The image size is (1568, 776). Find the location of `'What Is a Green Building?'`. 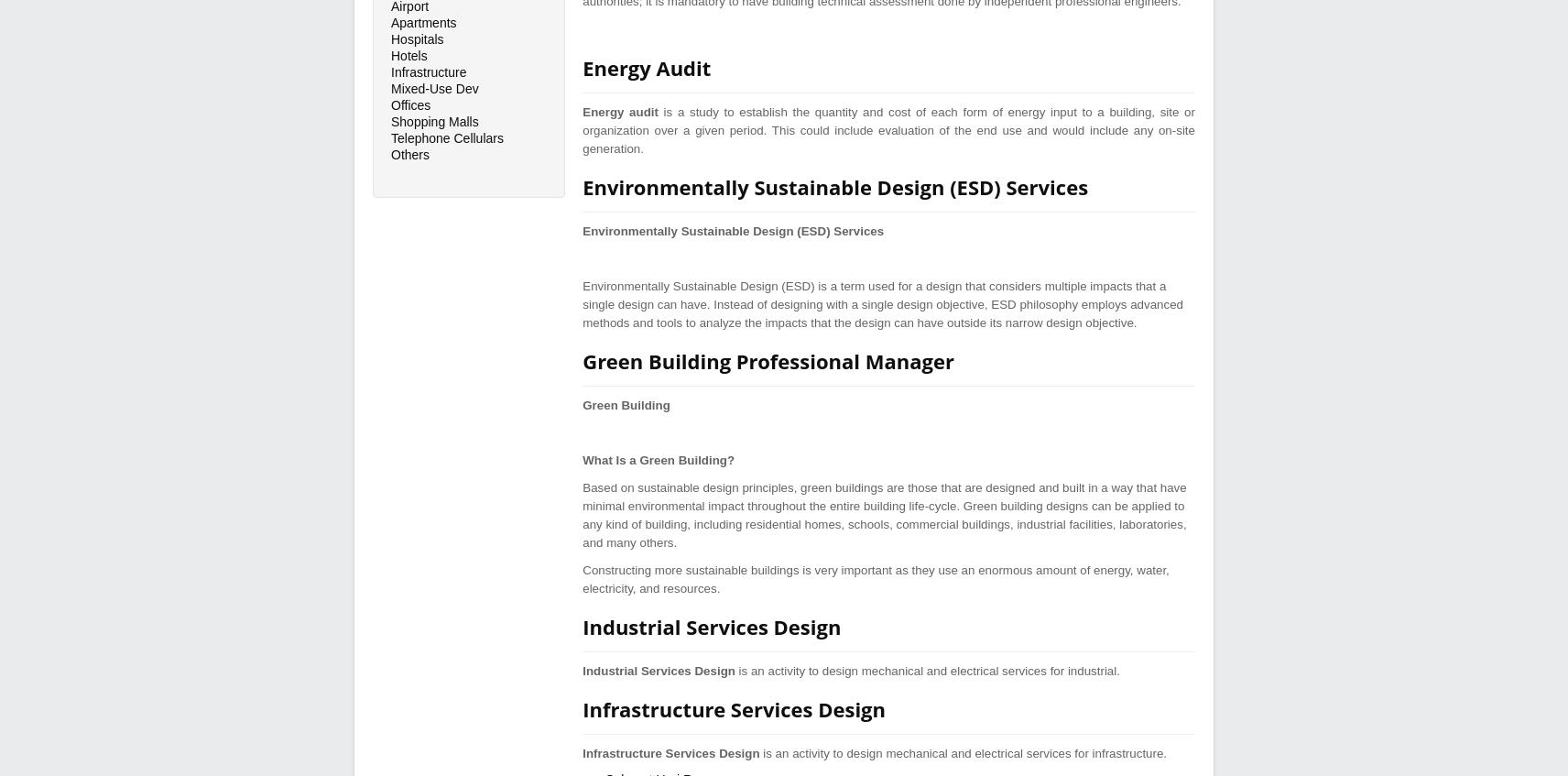

'What Is a Green Building?' is located at coordinates (659, 458).